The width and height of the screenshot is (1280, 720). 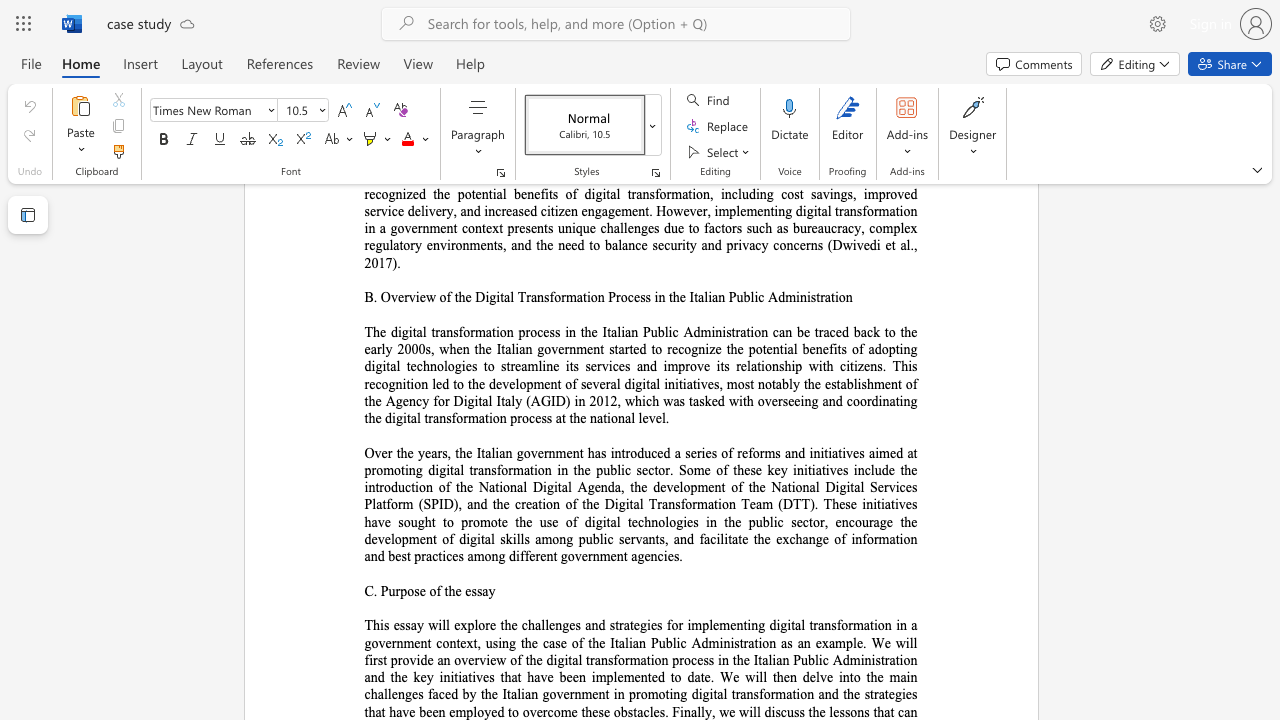 What do you see at coordinates (850, 624) in the screenshot?
I see `the 5th character "r" in the text` at bounding box center [850, 624].